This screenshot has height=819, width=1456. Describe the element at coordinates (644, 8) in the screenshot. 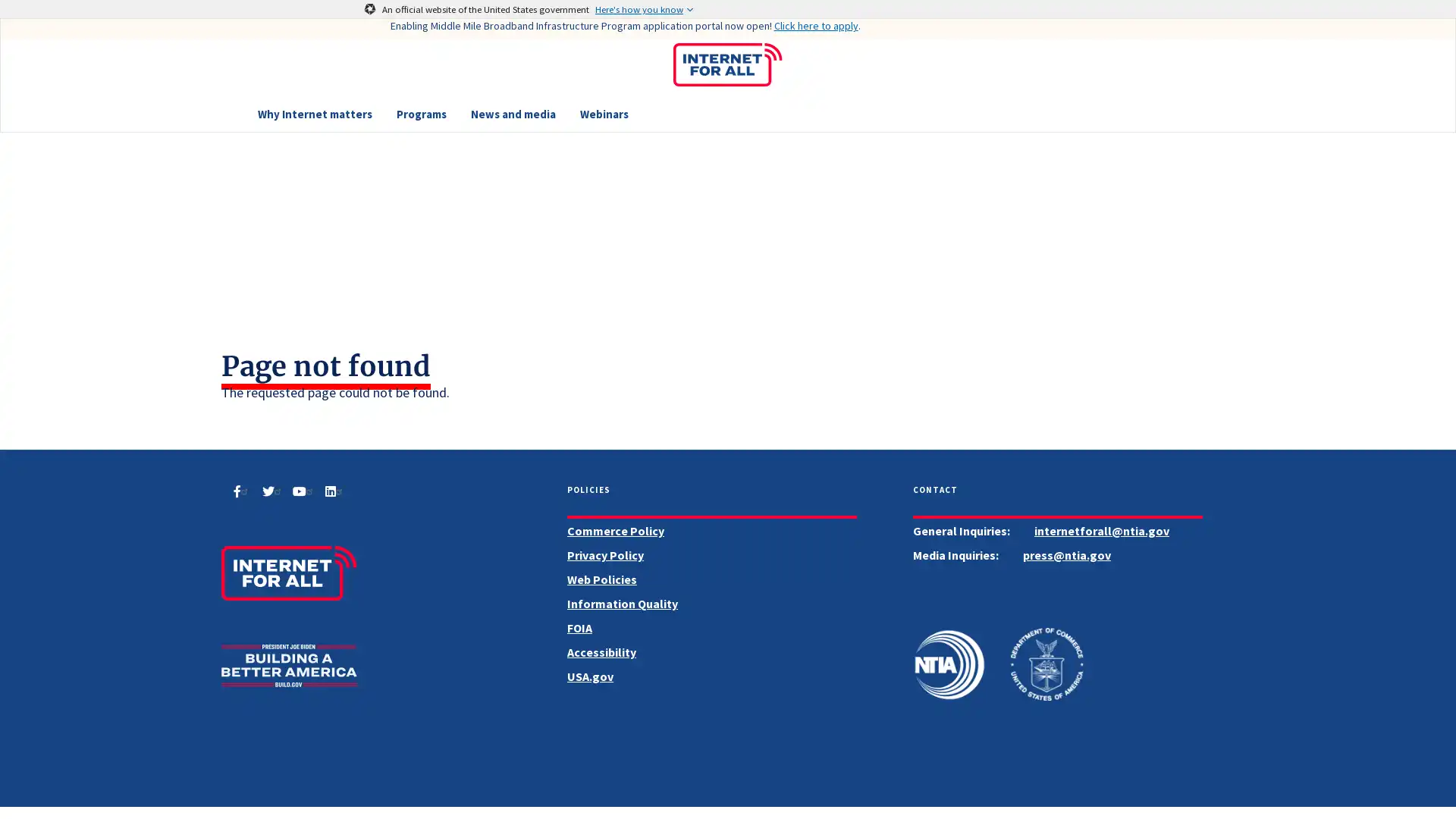

I see `Here's how you know` at that location.